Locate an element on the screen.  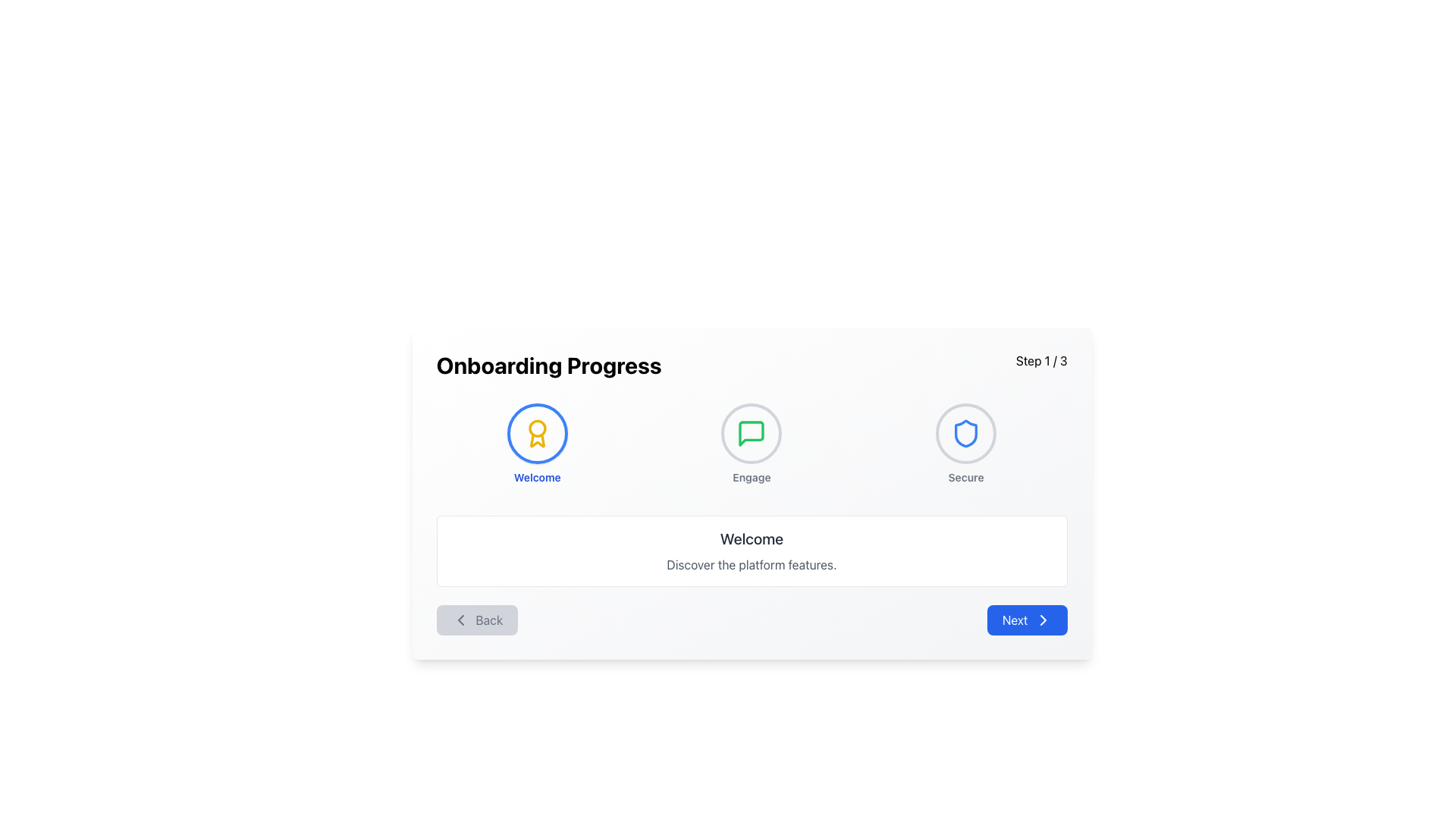
the text label displaying 'Secure', which is styled in a small bold font and centered, located below a circular badge with a shield icon is located at coordinates (965, 476).